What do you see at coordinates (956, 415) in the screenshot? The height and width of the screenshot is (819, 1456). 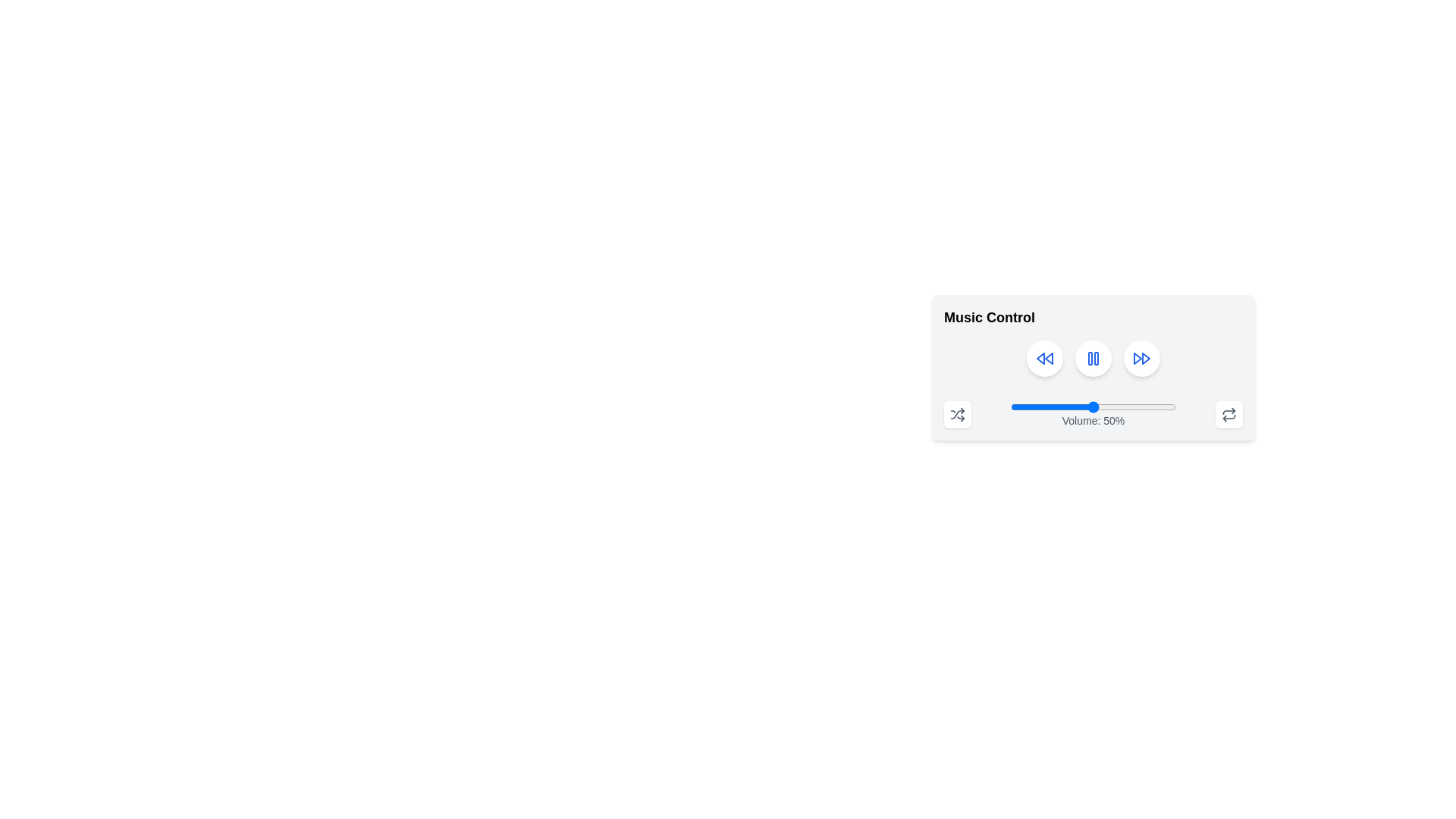 I see `the shuffle button located in the bottom-left part of the 'Music Control' interface` at bounding box center [956, 415].